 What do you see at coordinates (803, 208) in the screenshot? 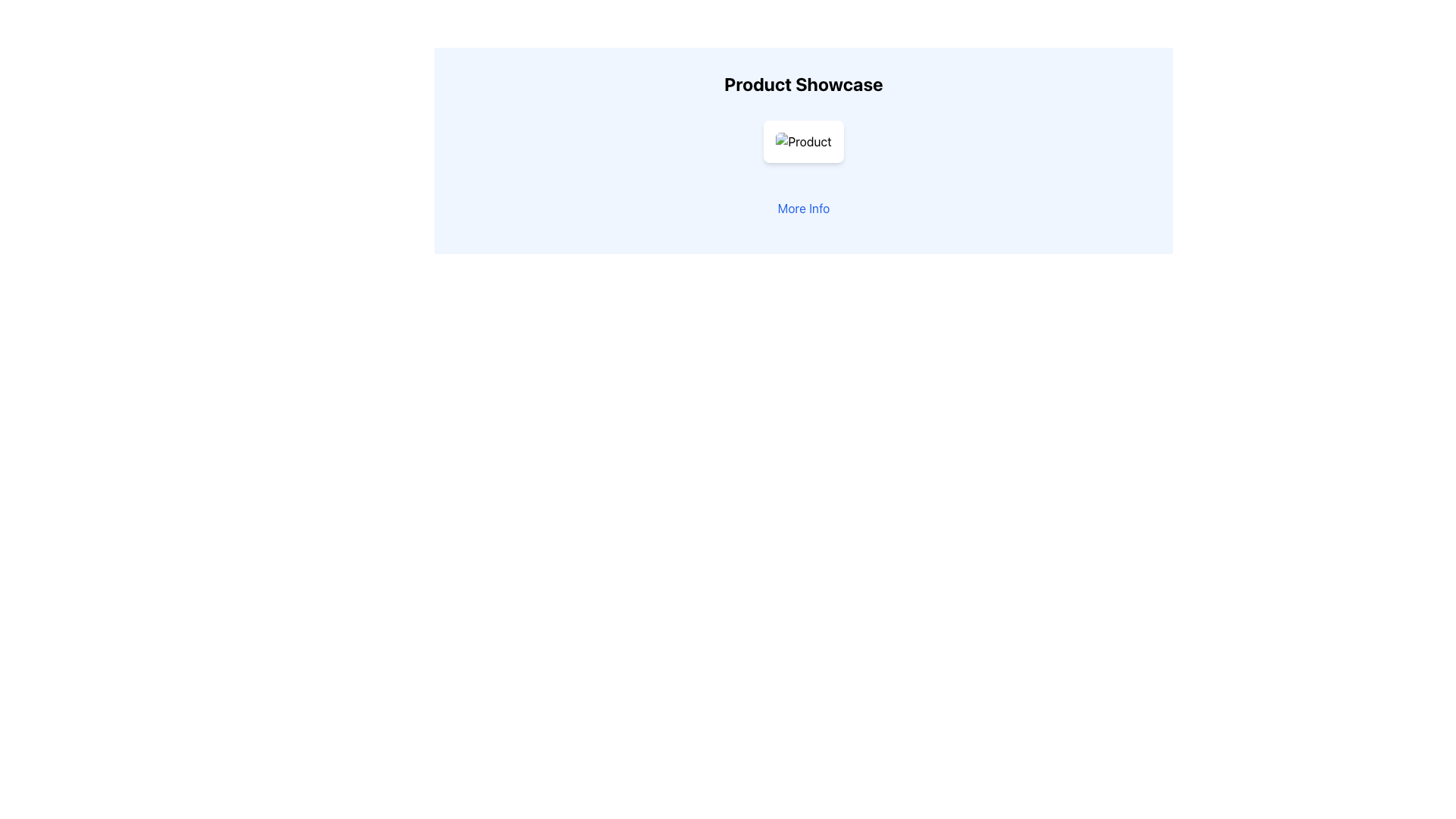
I see `the hyperlink located directly under the 'Product' label image` at bounding box center [803, 208].